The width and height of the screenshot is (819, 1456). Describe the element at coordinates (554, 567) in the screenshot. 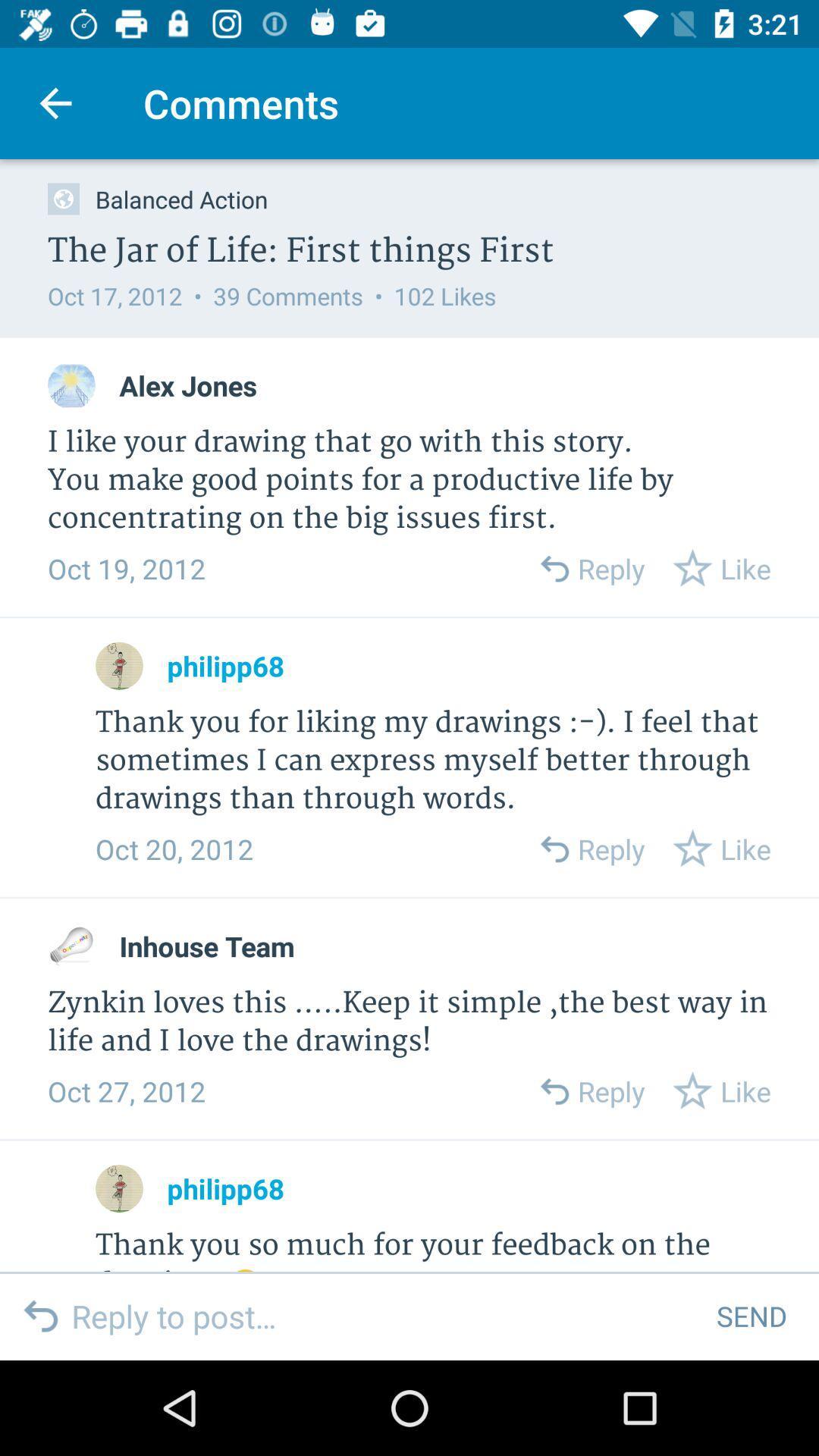

I see `back` at that location.